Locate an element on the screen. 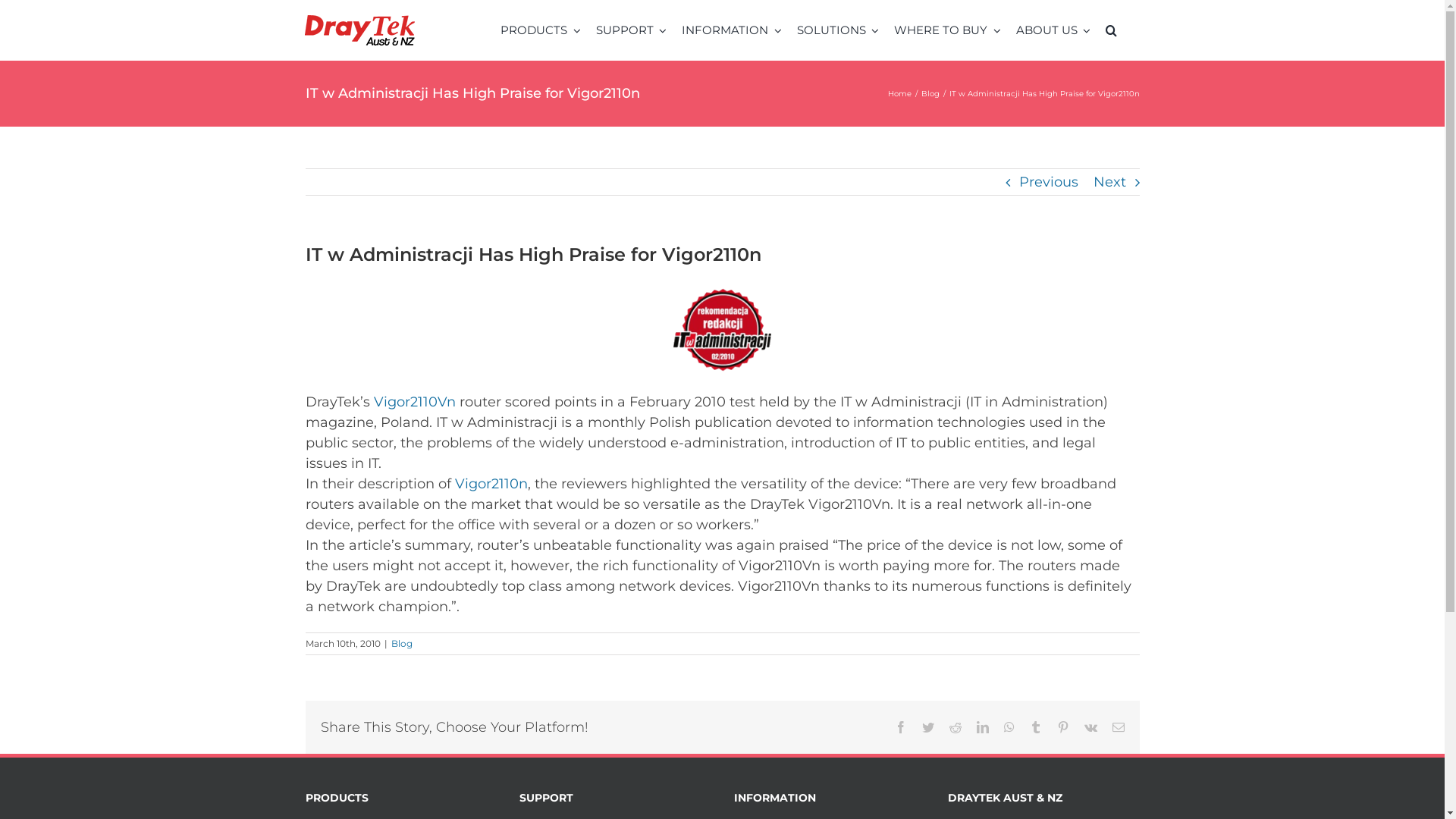 The width and height of the screenshot is (1456, 819). 'Tumblr' is located at coordinates (1035, 726).